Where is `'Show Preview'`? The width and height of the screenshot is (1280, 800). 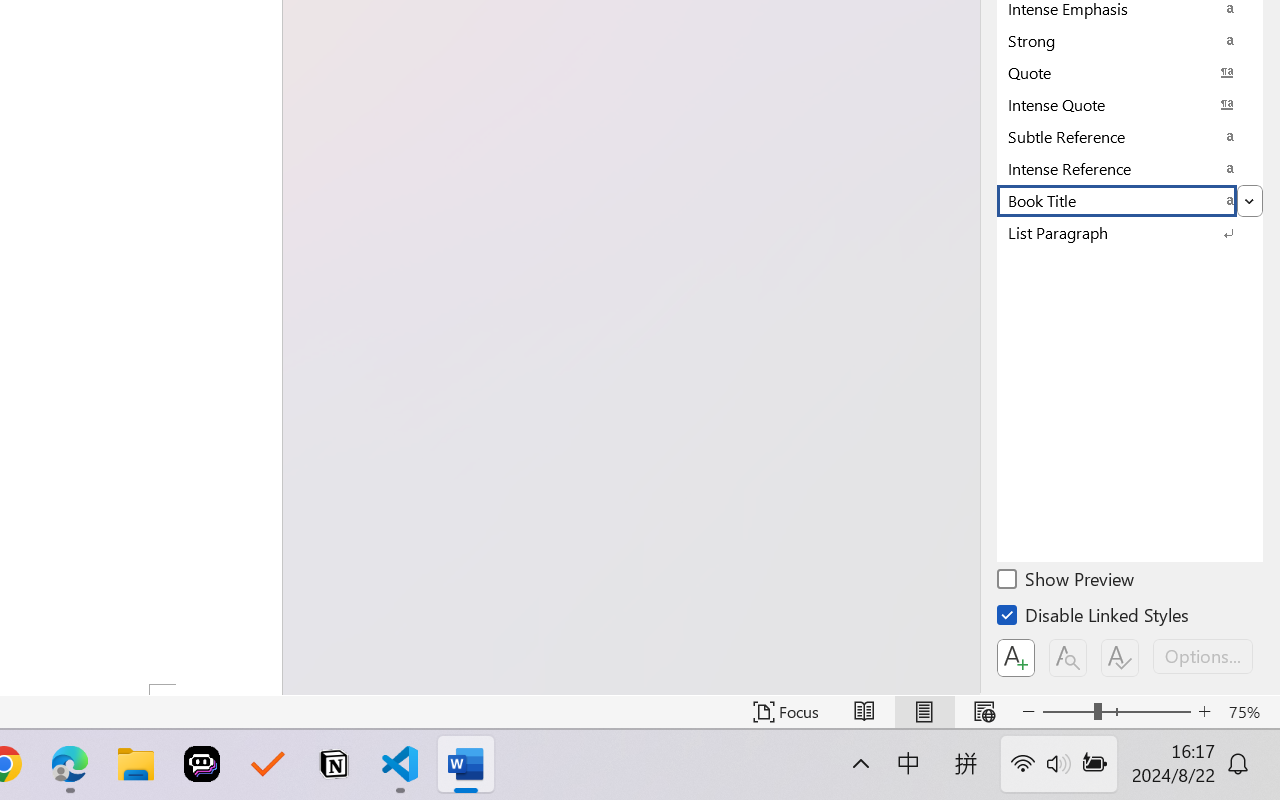 'Show Preview' is located at coordinates (1066, 581).